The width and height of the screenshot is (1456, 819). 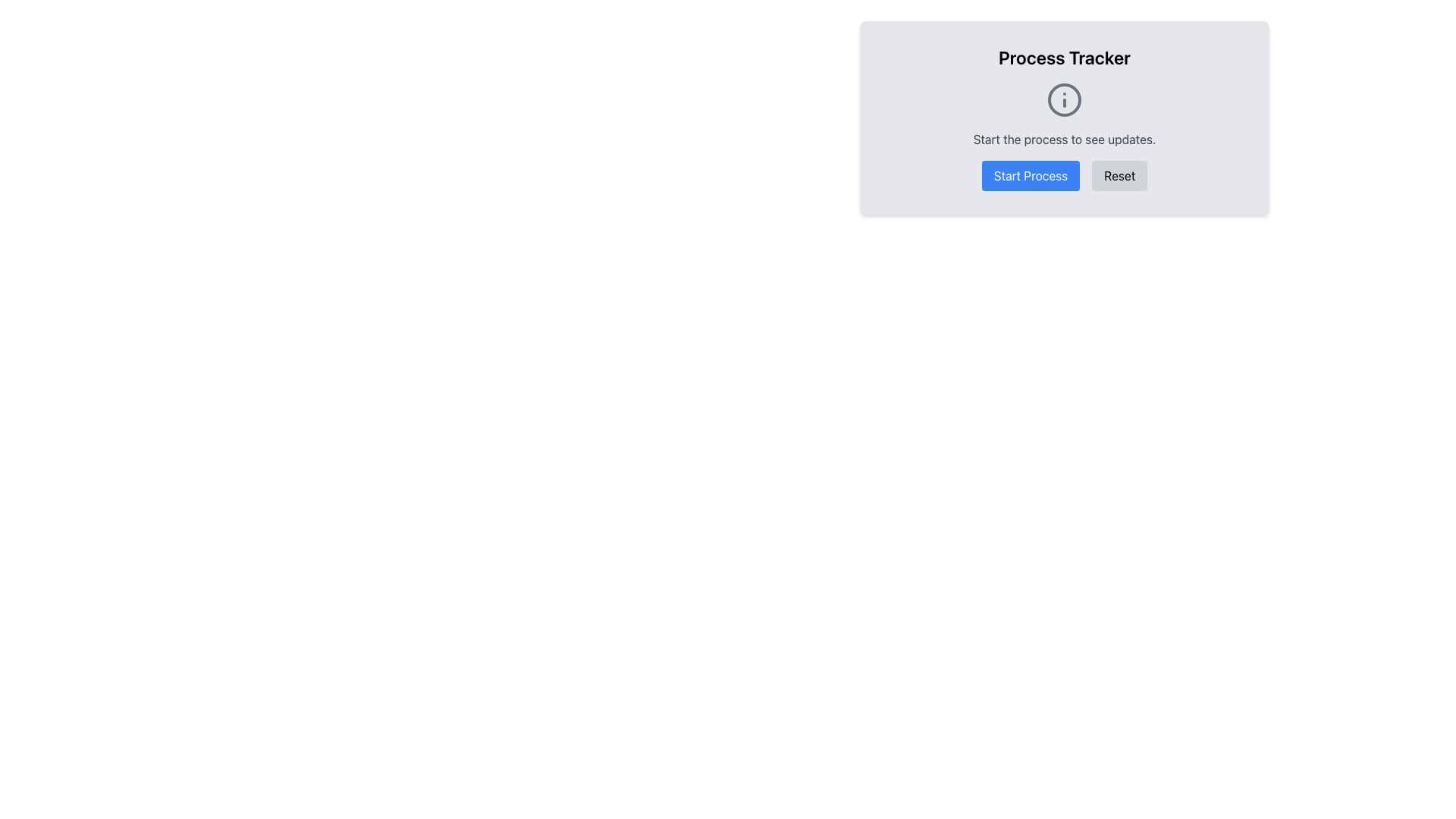 I want to click on the circular background of the information icon located at the top of the 'Process Tracker' card-like section, so click(x=1063, y=99).